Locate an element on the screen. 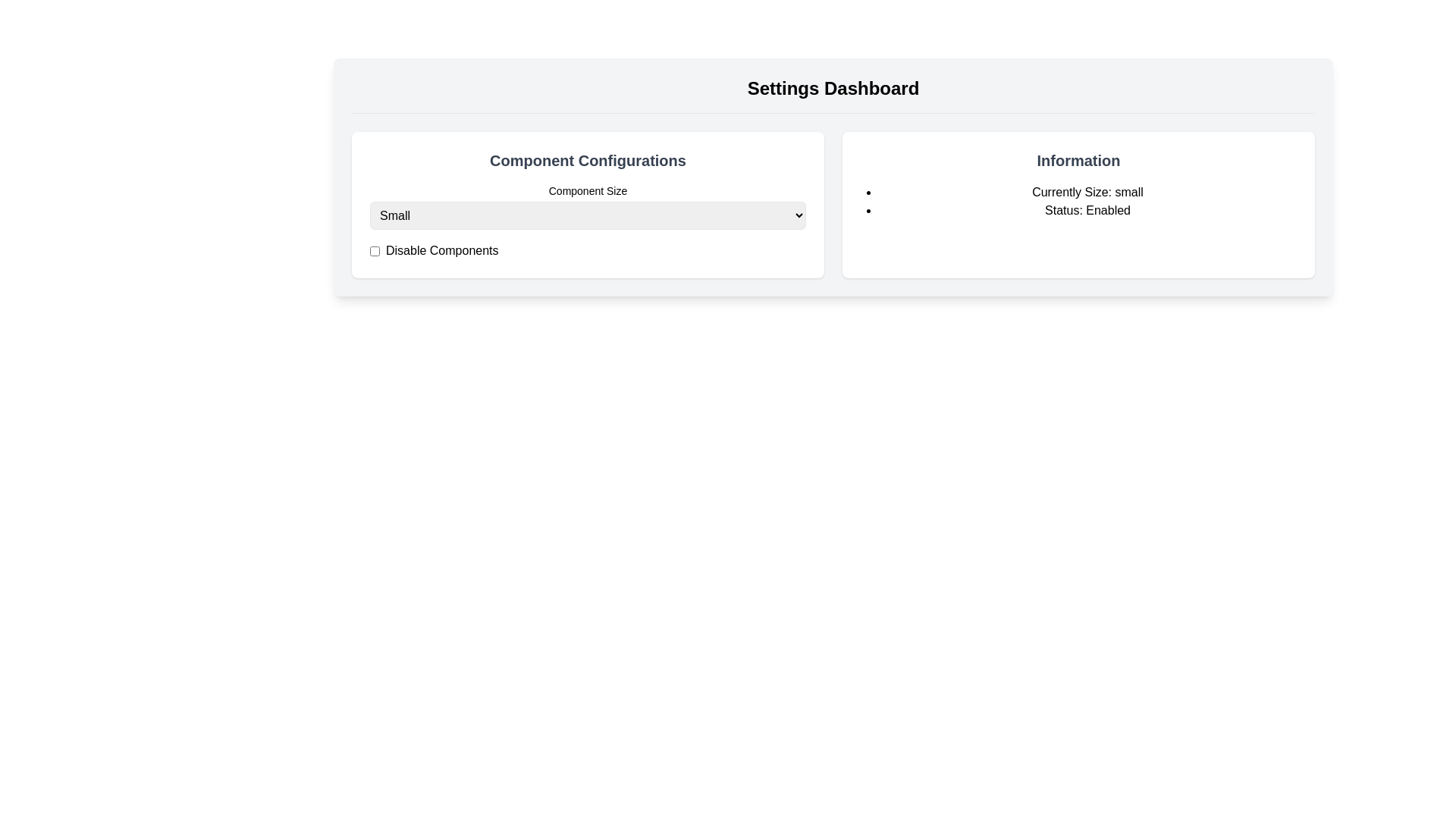 The image size is (1456, 819). the title of the Settings configuration panel is located at coordinates (587, 205).